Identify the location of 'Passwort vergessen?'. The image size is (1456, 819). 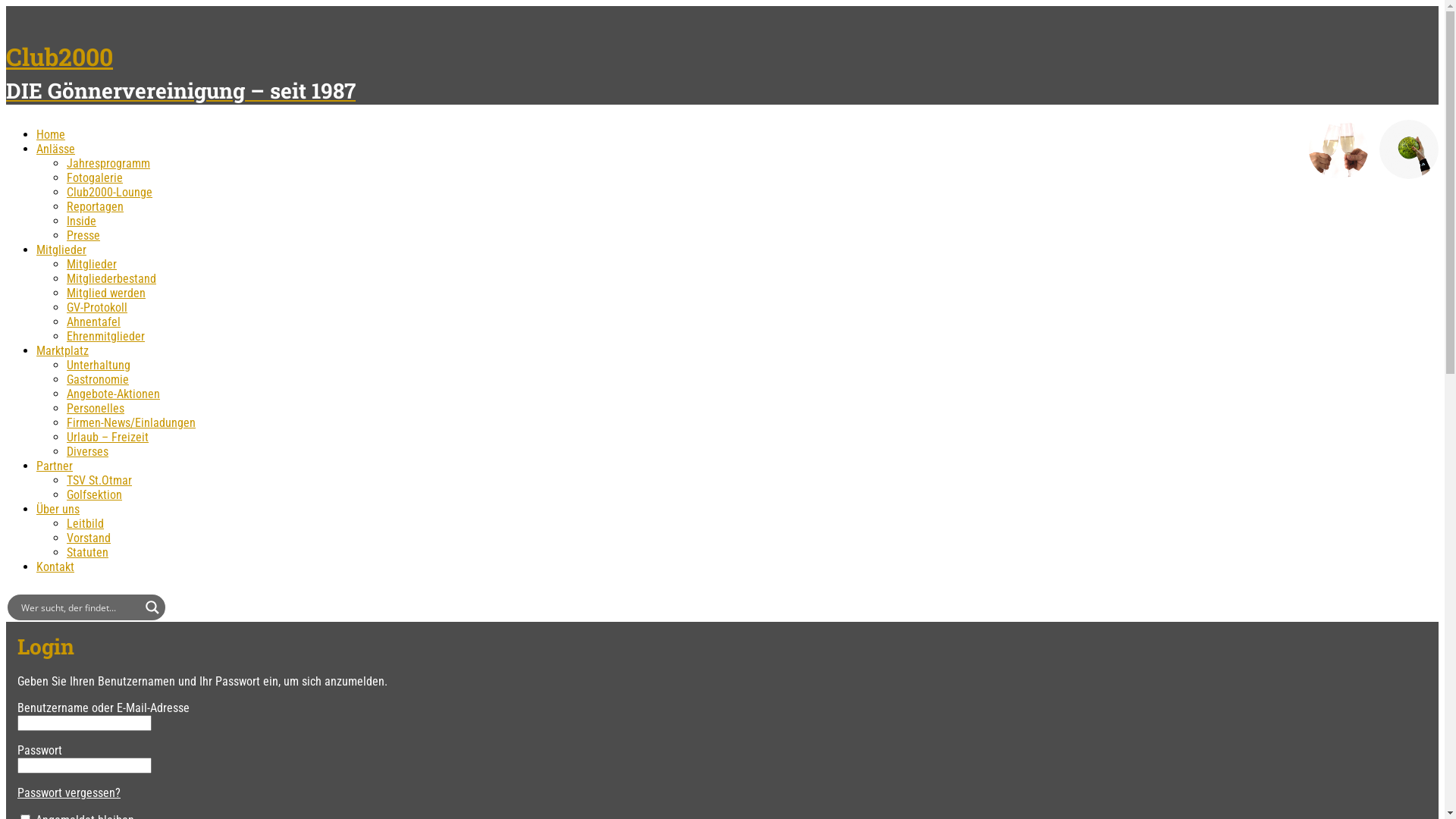
(68, 792).